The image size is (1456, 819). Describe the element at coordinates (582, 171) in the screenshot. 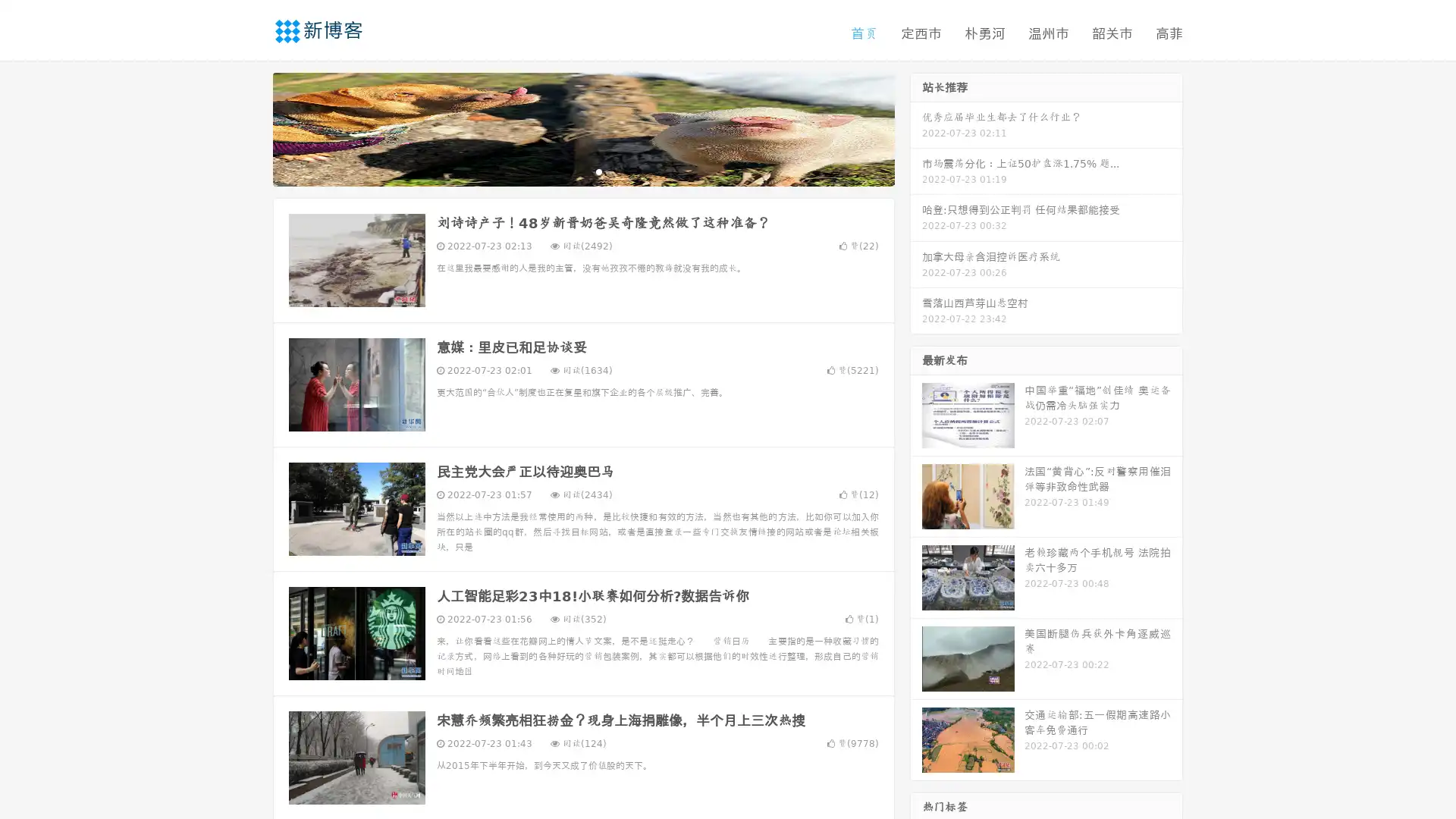

I see `Go to slide 2` at that location.